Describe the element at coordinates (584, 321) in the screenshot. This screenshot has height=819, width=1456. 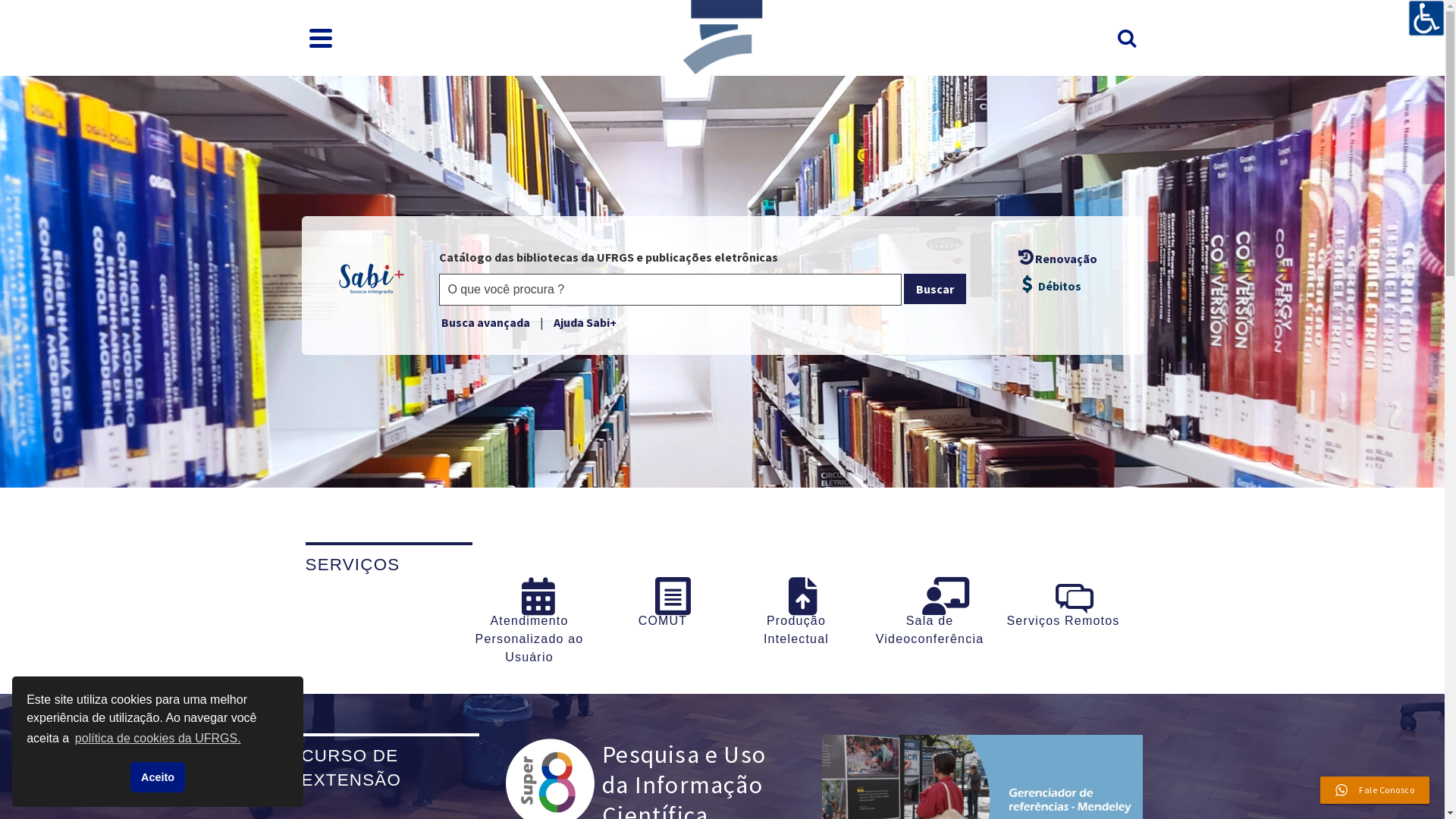
I see `'Ajuda Sabi+'` at that location.